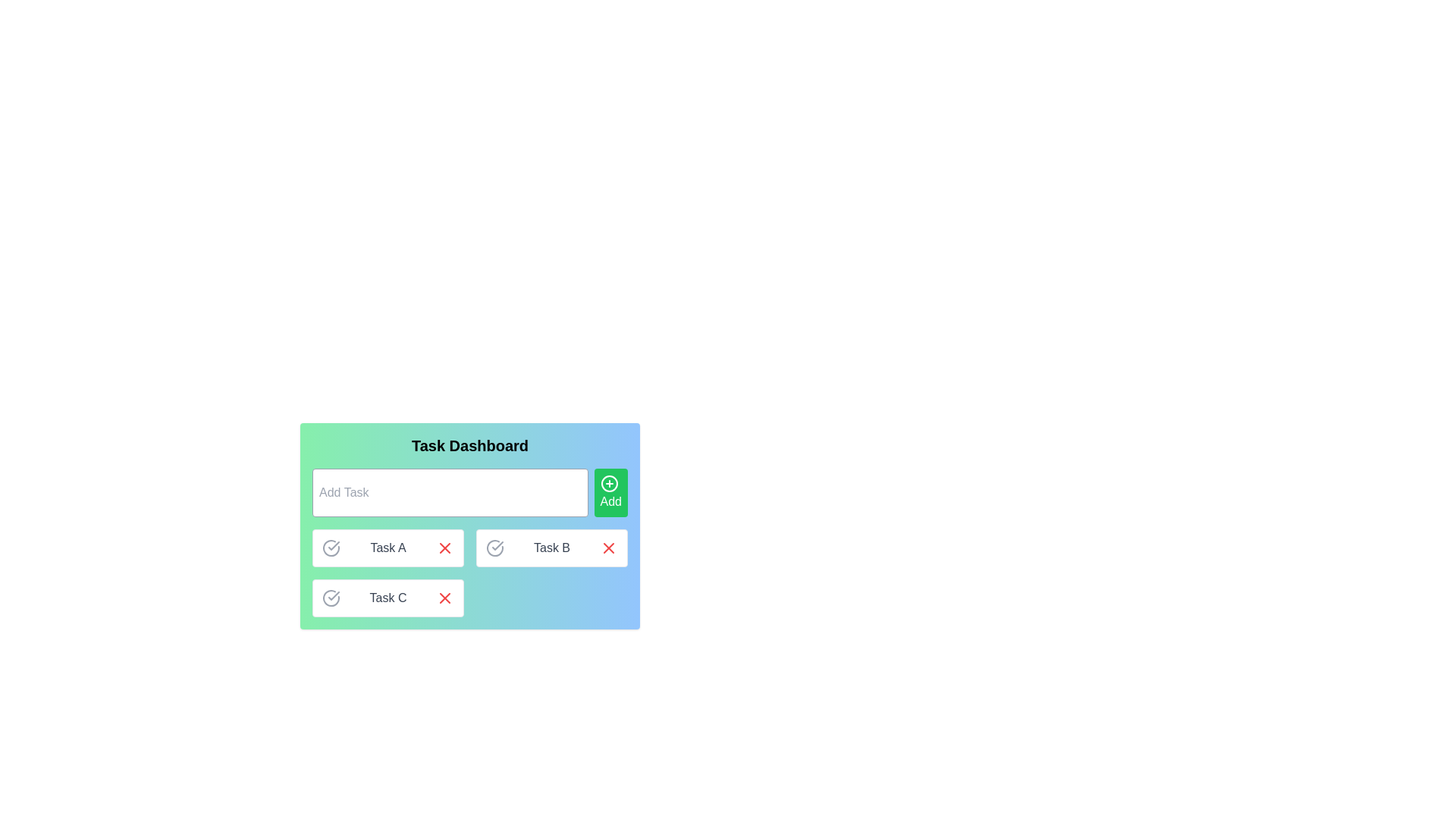 This screenshot has height=819, width=1456. What do you see at coordinates (330, 548) in the screenshot?
I see `the completion status icon located in the first row of tasks labeled 'Task A'` at bounding box center [330, 548].